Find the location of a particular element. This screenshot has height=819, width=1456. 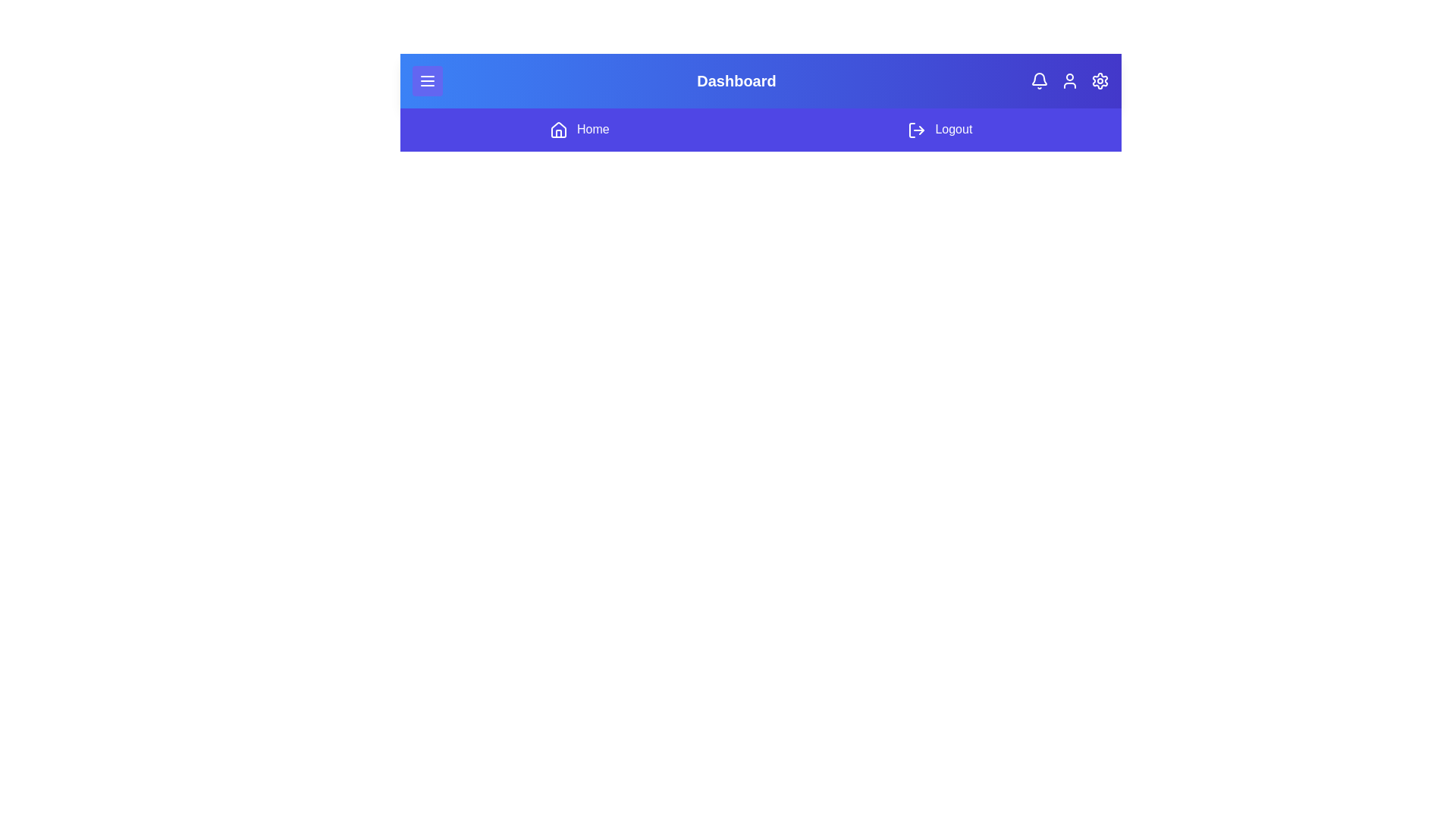

the 'Logout' menu item to log out is located at coordinates (939, 129).